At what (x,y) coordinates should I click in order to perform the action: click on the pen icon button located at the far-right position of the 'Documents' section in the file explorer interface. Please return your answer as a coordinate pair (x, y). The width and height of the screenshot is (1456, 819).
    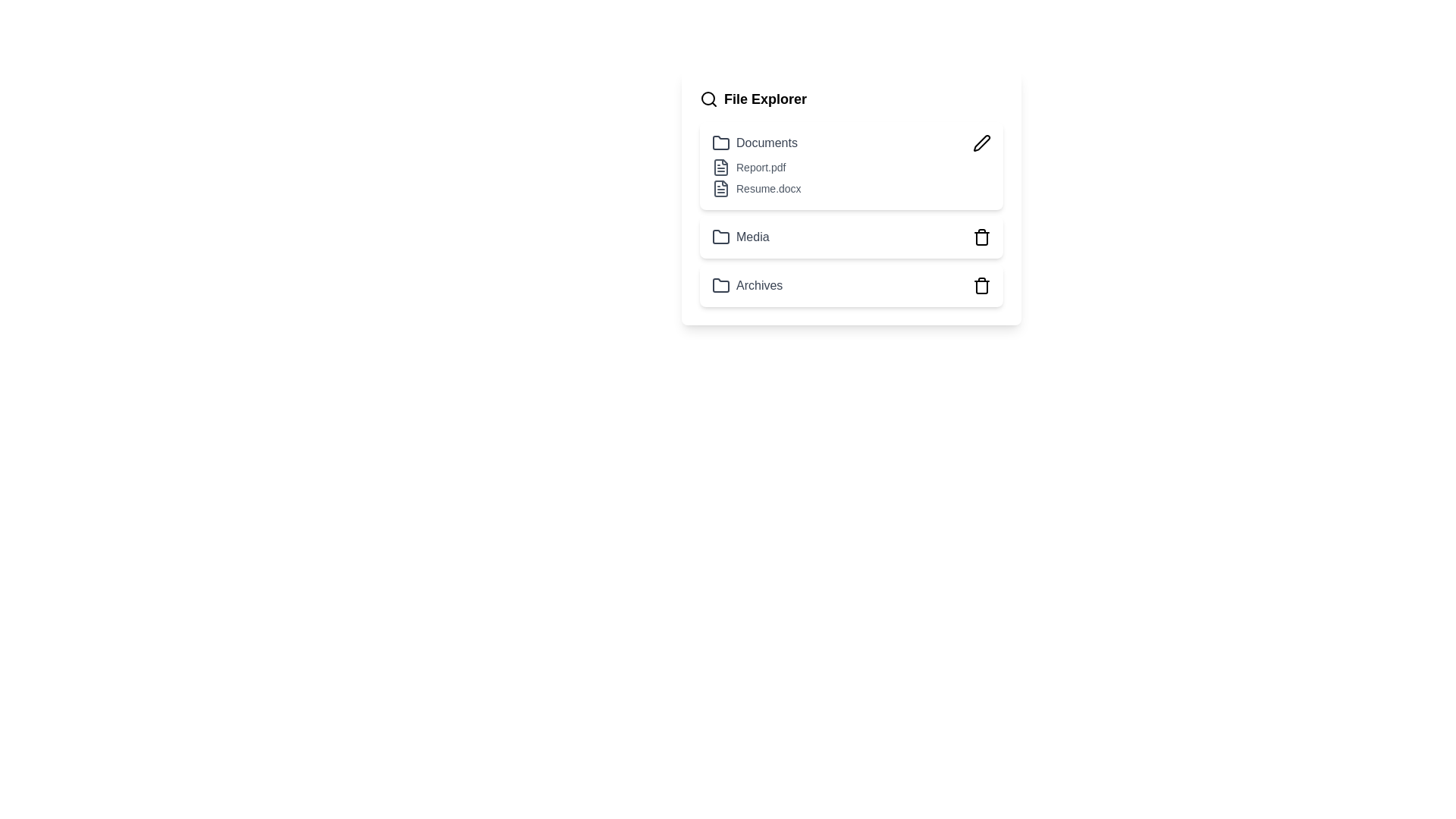
    Looking at the image, I should click on (982, 143).